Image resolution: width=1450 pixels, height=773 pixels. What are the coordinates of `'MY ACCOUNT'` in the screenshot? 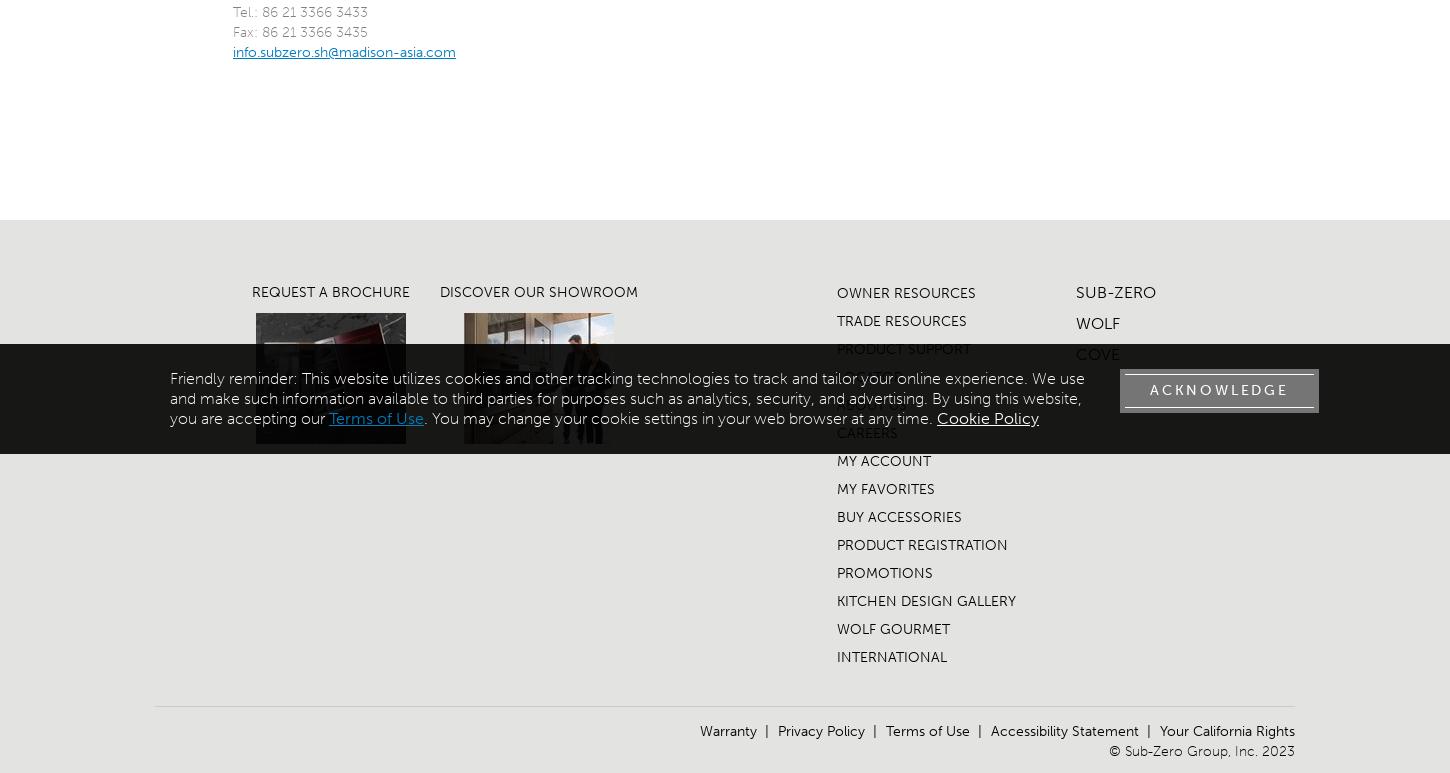 It's located at (883, 460).